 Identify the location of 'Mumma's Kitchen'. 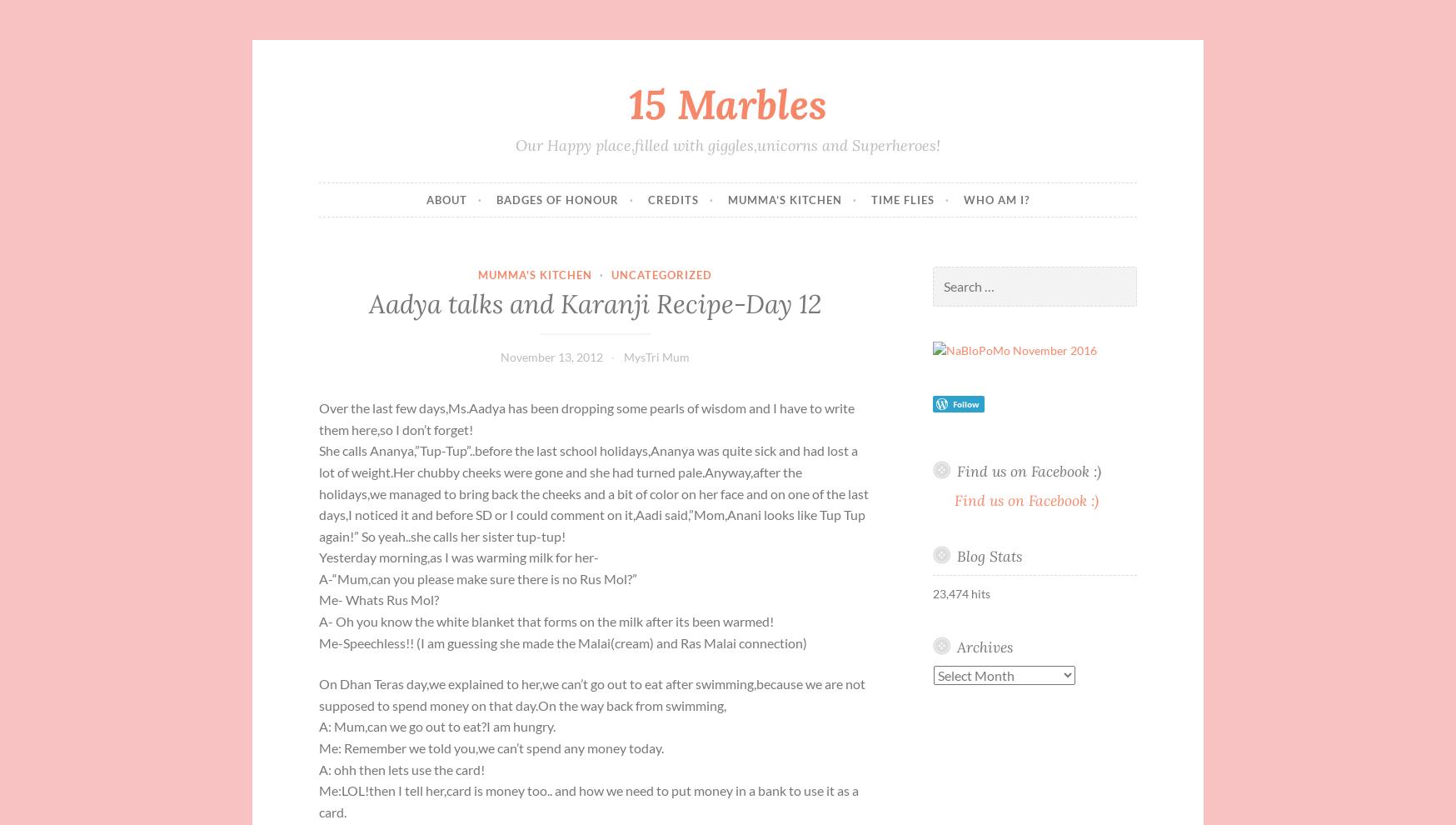
(534, 272).